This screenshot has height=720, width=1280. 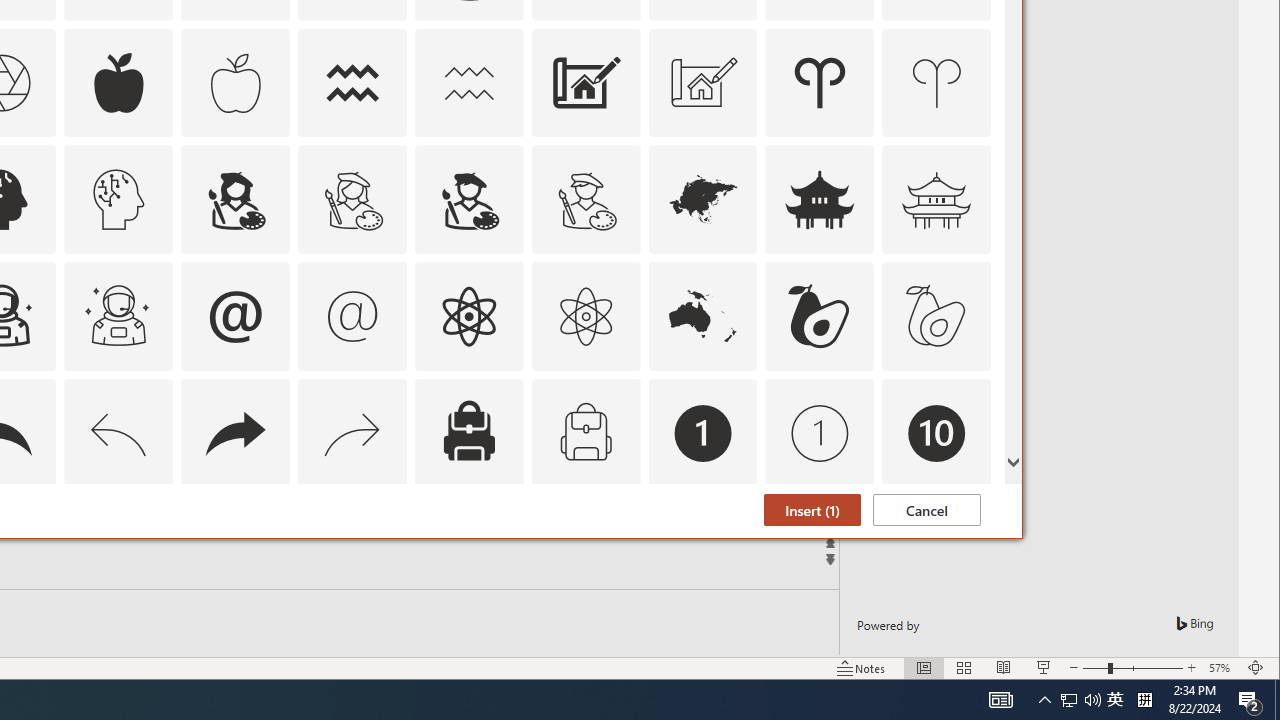 What do you see at coordinates (702, 200) in the screenshot?
I see `'AutomationID: Icons_Asia'` at bounding box center [702, 200].